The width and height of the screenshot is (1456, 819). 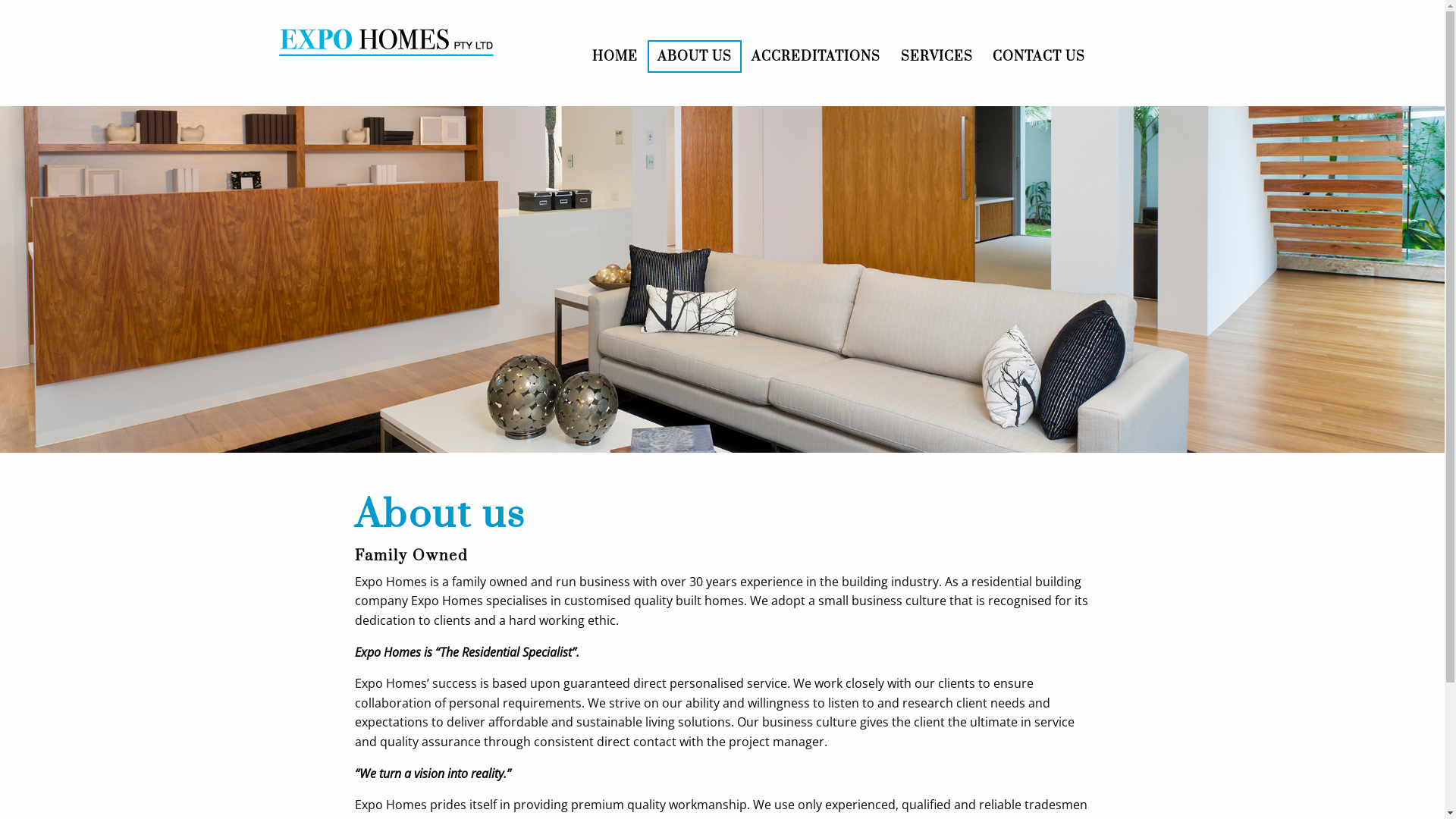 What do you see at coordinates (891, 55) in the screenshot?
I see `'SERVICES'` at bounding box center [891, 55].